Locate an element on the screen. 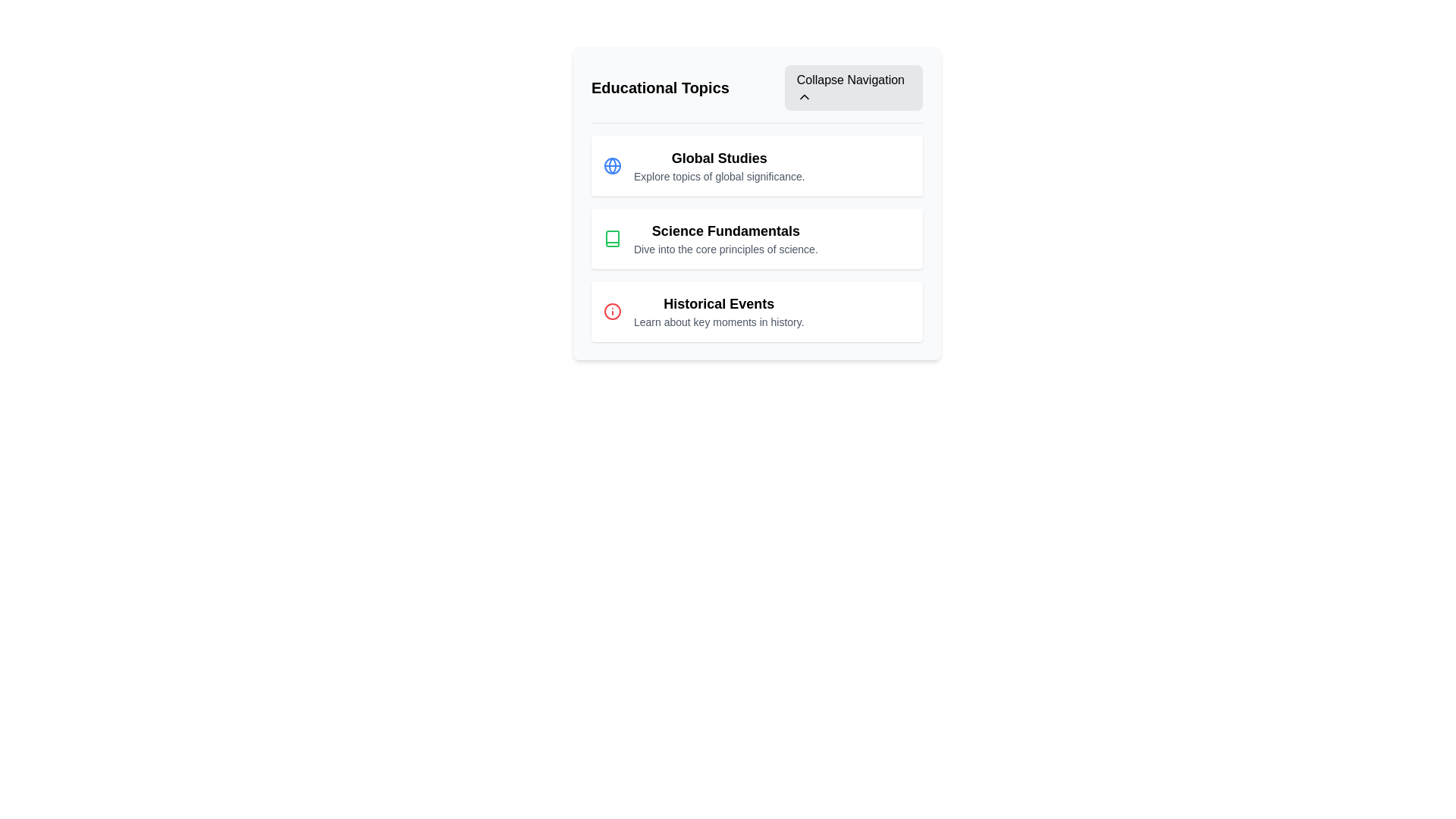  the circular shape of the 'Global Studies' icon, which is the leftmost icon in the 'Global Studies' section, located within the uppermost card of the 'Educational Topics' panel is located at coordinates (612, 166).